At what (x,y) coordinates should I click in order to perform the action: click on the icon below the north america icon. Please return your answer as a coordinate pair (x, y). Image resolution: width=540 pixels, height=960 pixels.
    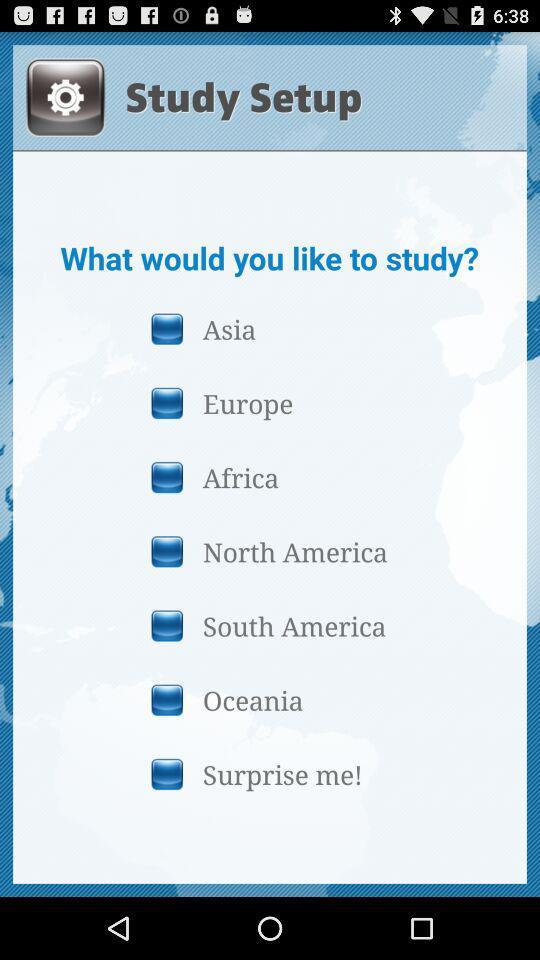
    Looking at the image, I should click on (269, 624).